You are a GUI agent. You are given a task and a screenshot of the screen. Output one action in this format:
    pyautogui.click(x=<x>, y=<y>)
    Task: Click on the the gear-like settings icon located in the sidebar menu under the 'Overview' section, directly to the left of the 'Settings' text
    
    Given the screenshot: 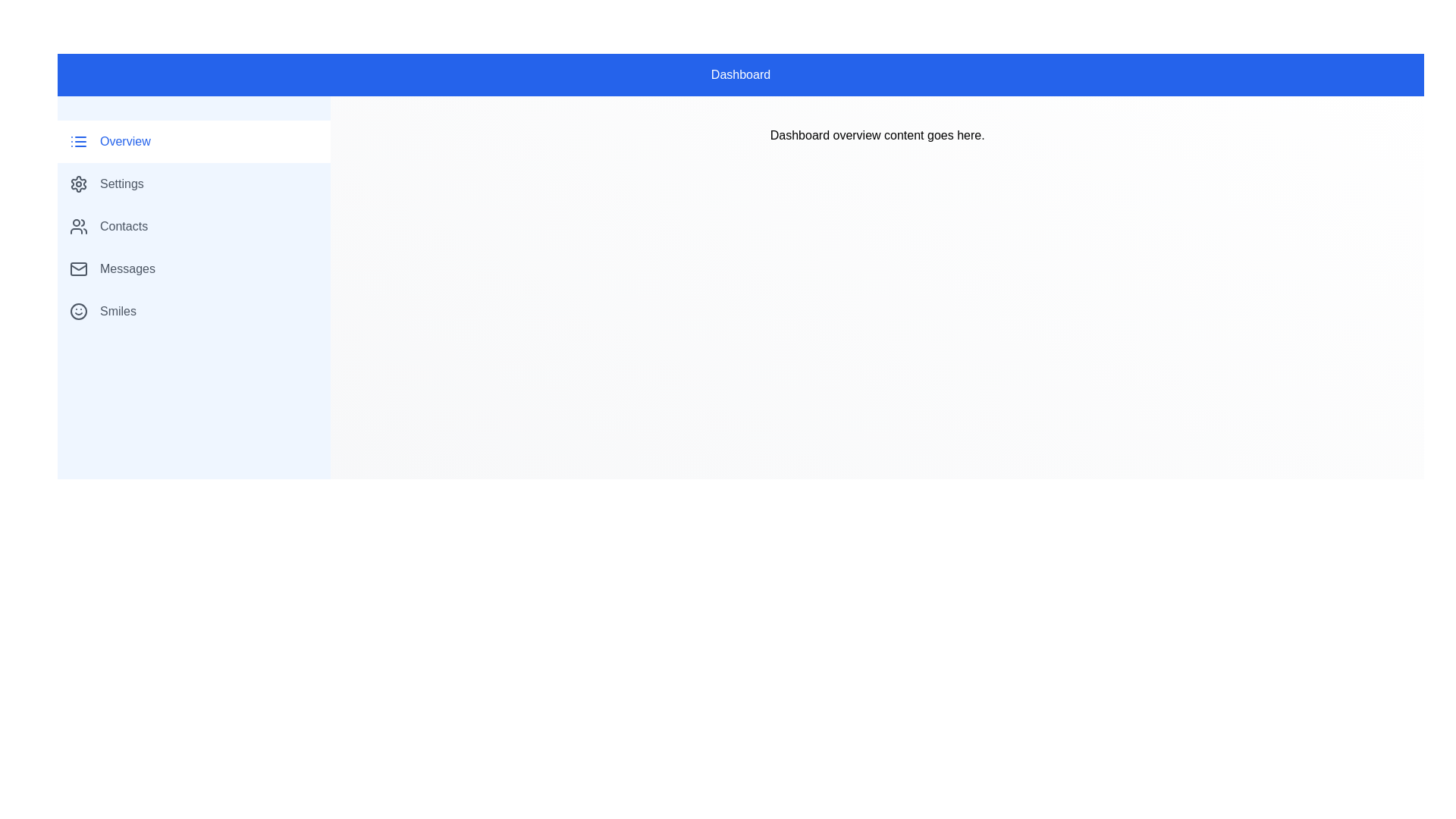 What is the action you would take?
    pyautogui.click(x=78, y=184)
    